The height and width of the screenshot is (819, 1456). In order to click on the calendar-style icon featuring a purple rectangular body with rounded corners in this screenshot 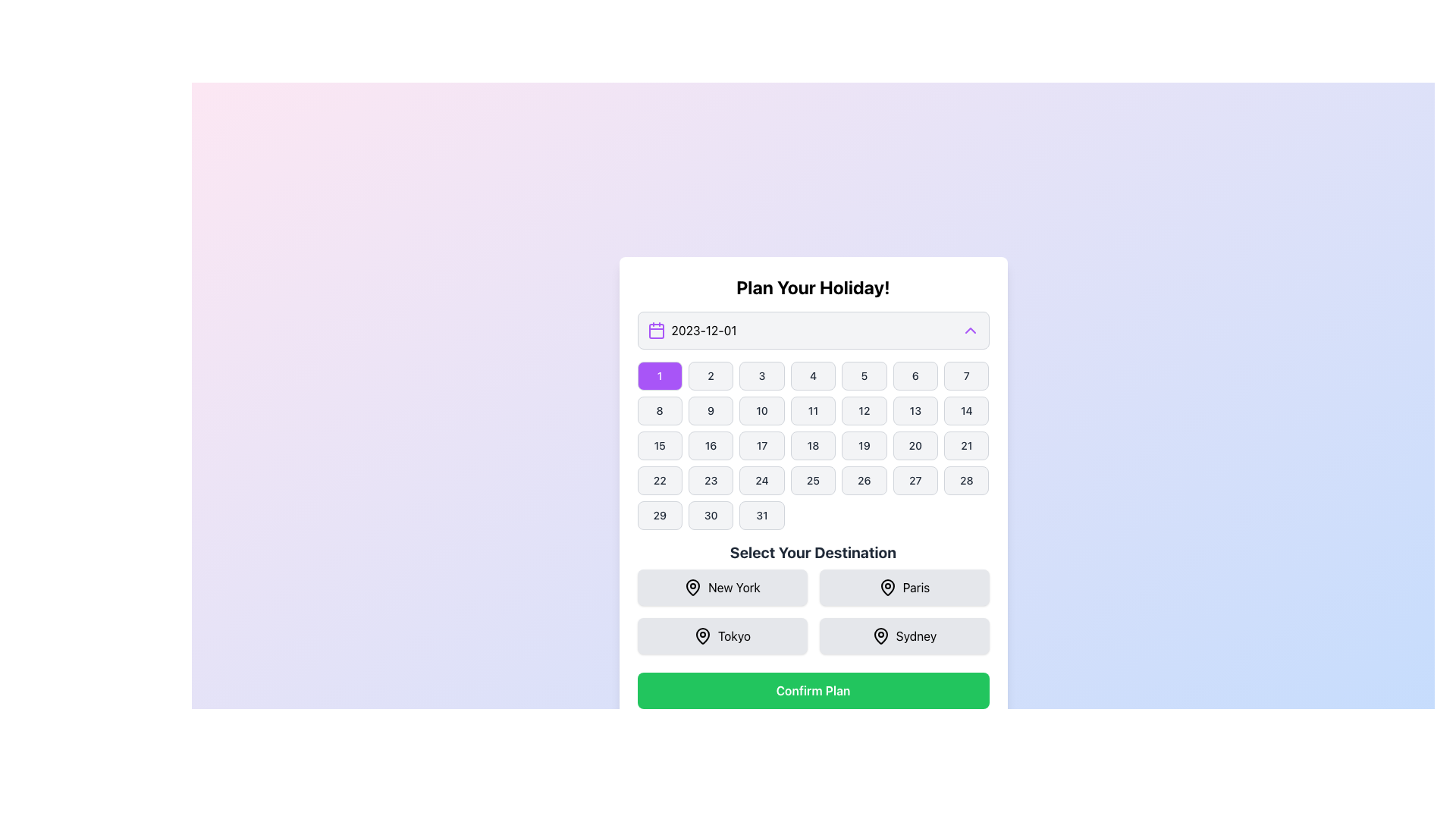, I will do `click(656, 330)`.